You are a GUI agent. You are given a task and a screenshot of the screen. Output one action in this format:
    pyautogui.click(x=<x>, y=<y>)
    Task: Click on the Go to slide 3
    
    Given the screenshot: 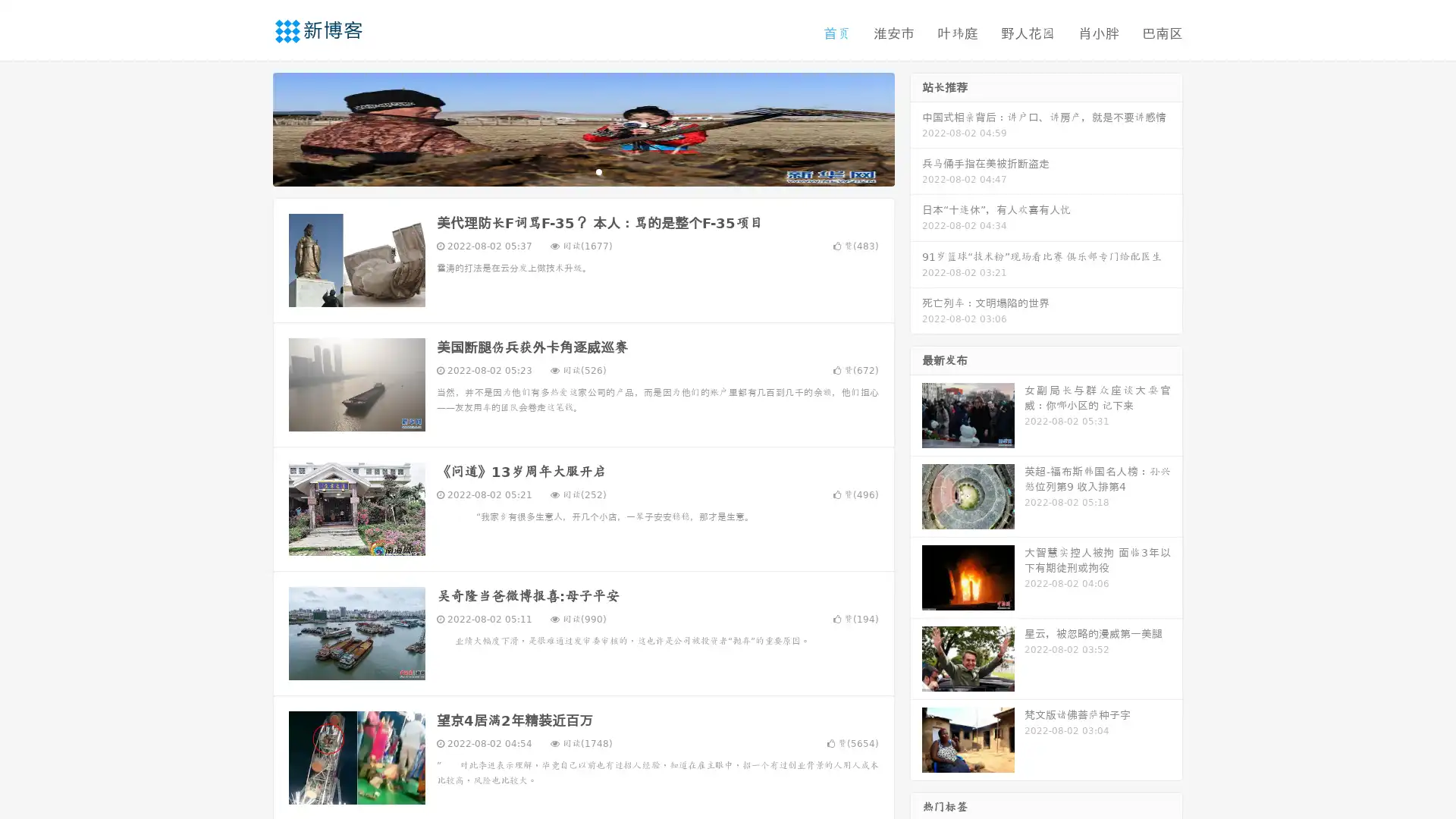 What is the action you would take?
    pyautogui.click(x=598, y=171)
    